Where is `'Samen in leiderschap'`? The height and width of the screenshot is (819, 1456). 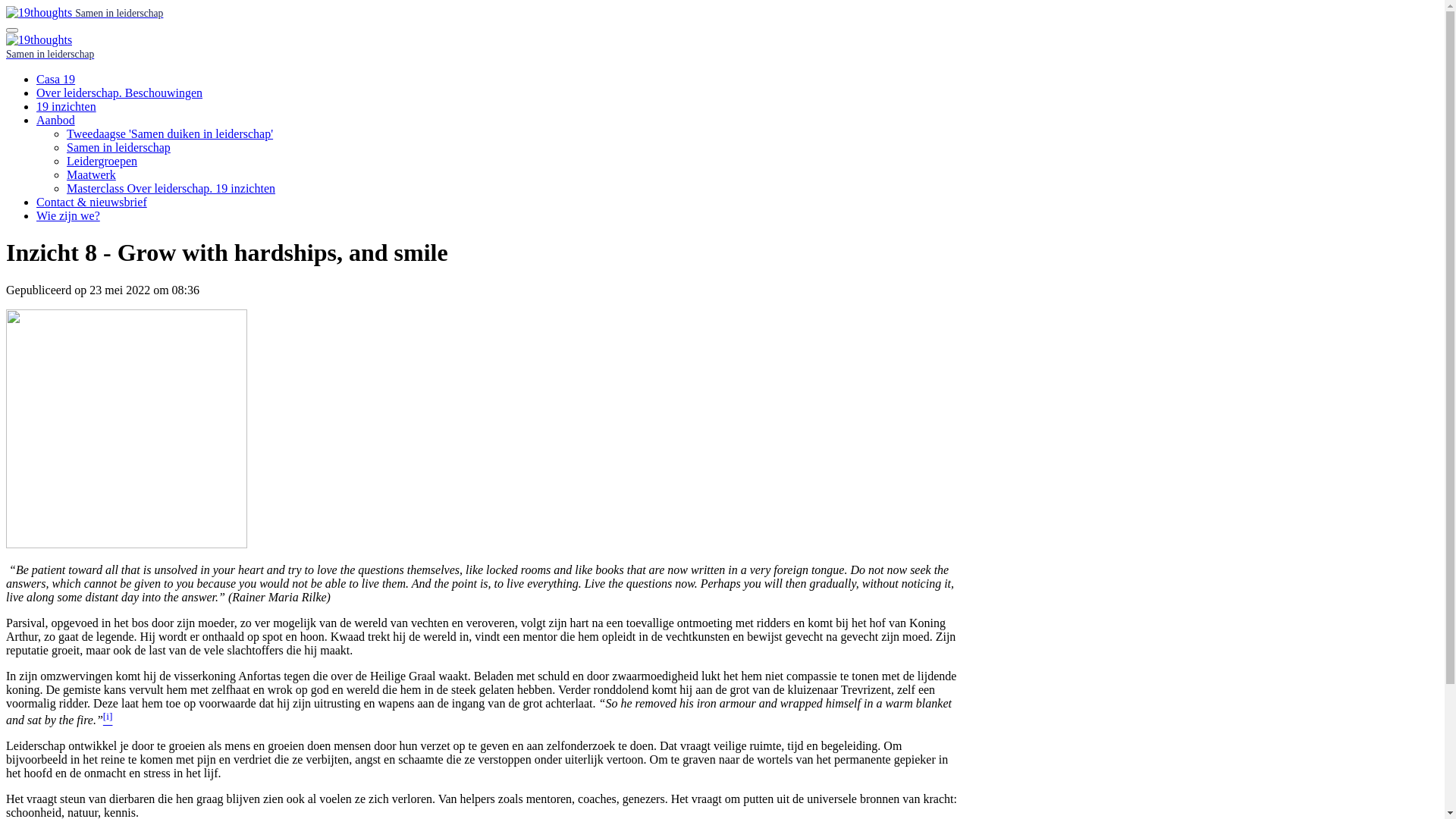
'Samen in leiderschap' is located at coordinates (118, 147).